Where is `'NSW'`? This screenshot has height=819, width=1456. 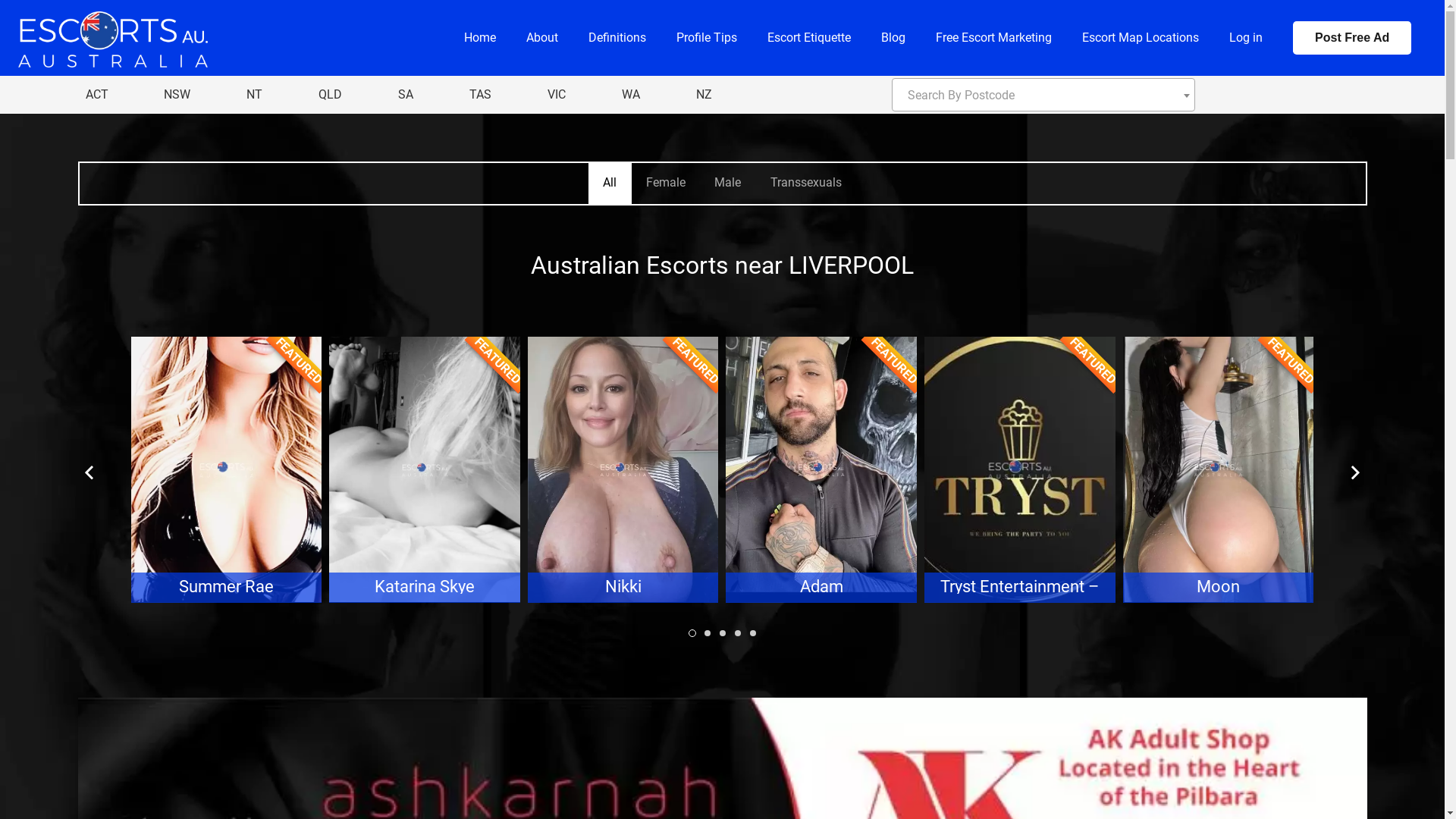
'NSW' is located at coordinates (156, 94).